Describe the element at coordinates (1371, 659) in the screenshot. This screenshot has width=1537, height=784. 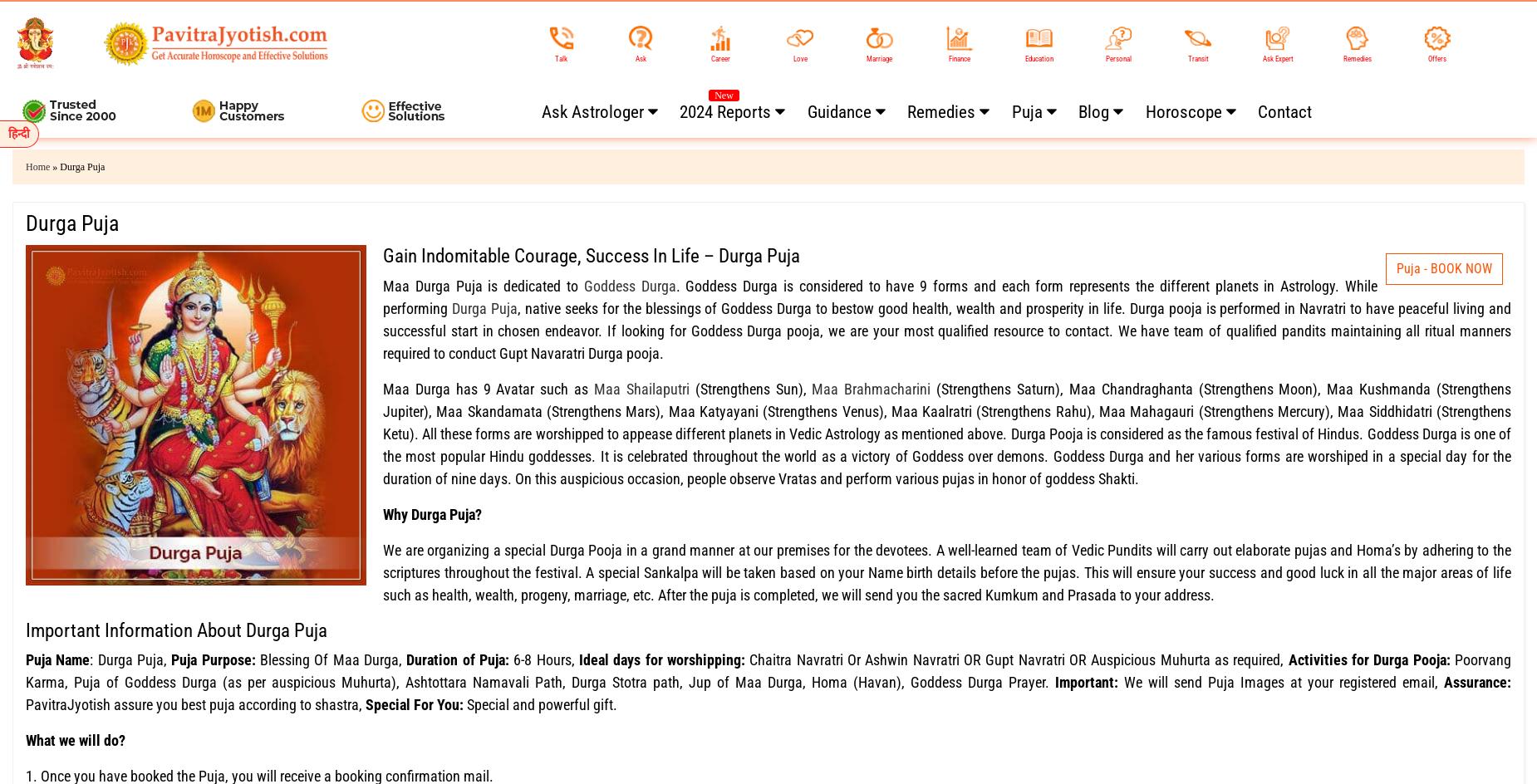
I see `'Activities for Durga Pooja:'` at that location.